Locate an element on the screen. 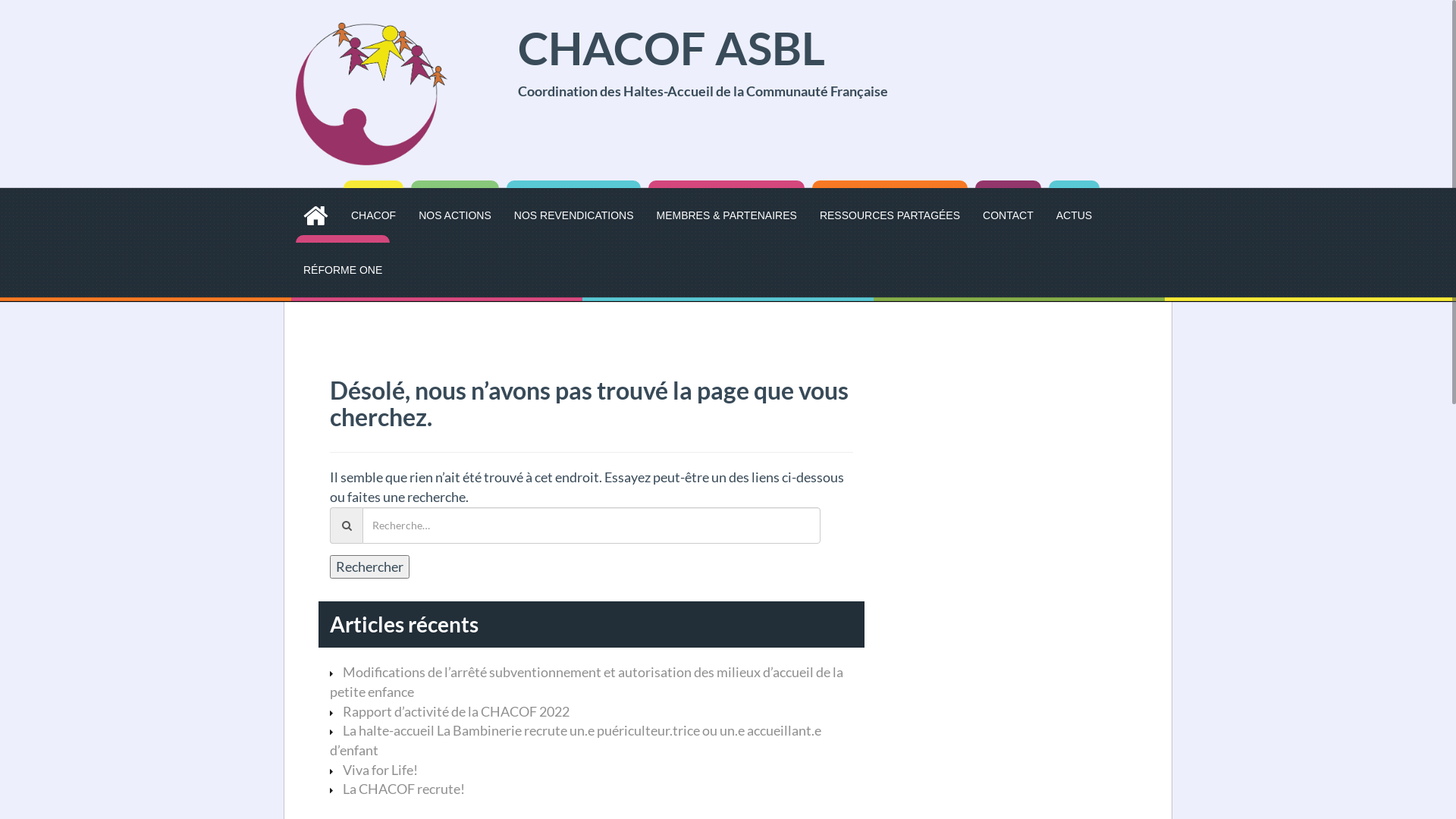 The width and height of the screenshot is (1456, 819). 'CONTACT' is located at coordinates (983, 215).